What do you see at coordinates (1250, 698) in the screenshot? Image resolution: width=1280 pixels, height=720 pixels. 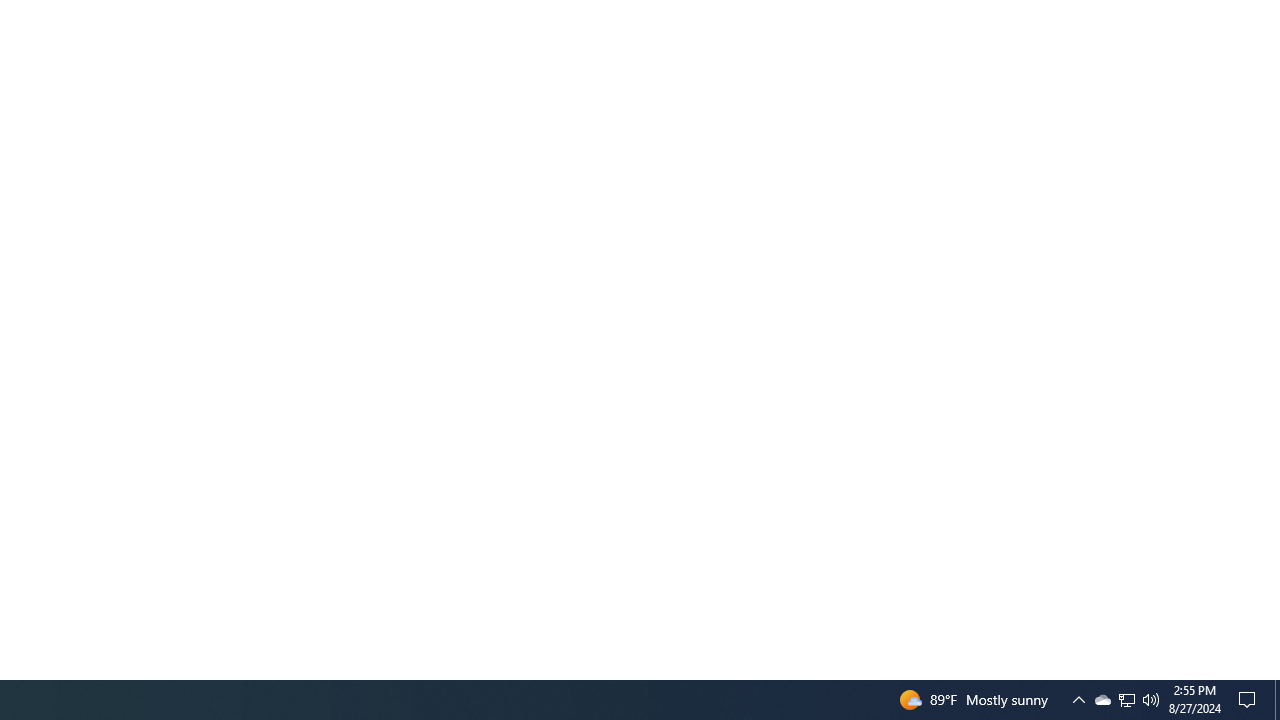 I see `'Action Center, No new notifications'` at bounding box center [1250, 698].